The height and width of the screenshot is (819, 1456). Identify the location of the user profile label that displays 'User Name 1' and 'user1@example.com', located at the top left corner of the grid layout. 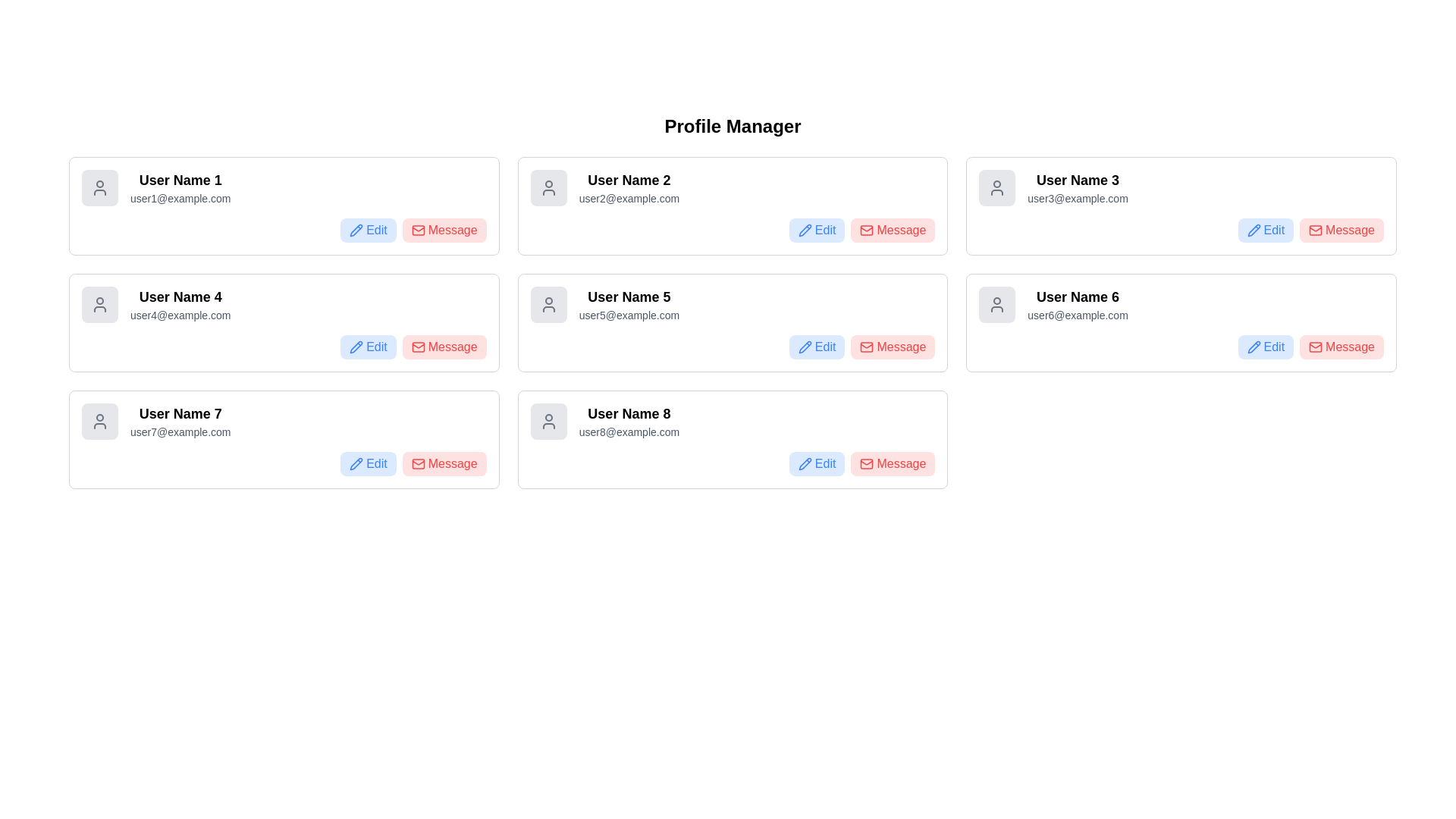
(180, 187).